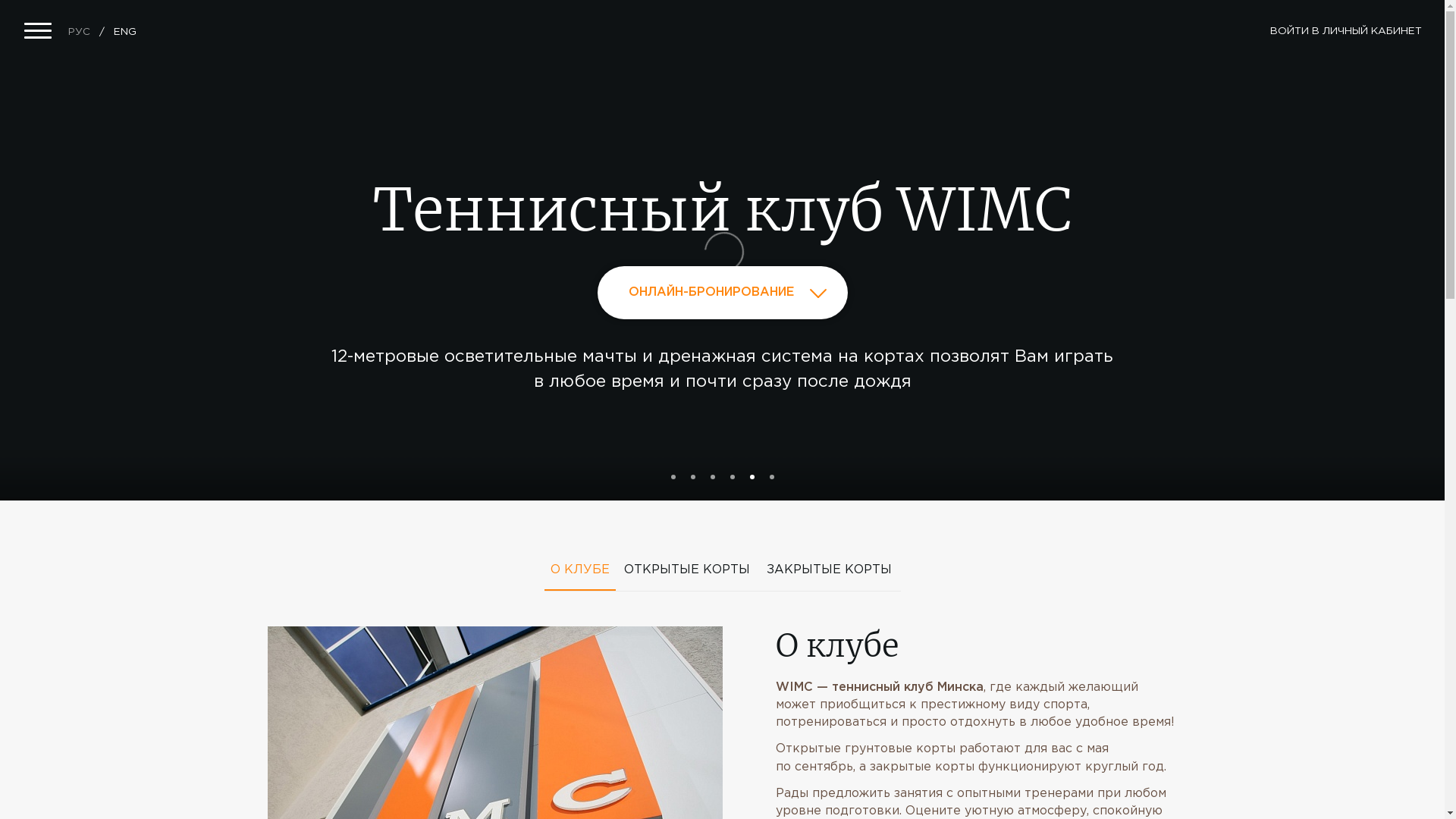  Describe the element at coordinates (711, 475) in the screenshot. I see `'3'` at that location.